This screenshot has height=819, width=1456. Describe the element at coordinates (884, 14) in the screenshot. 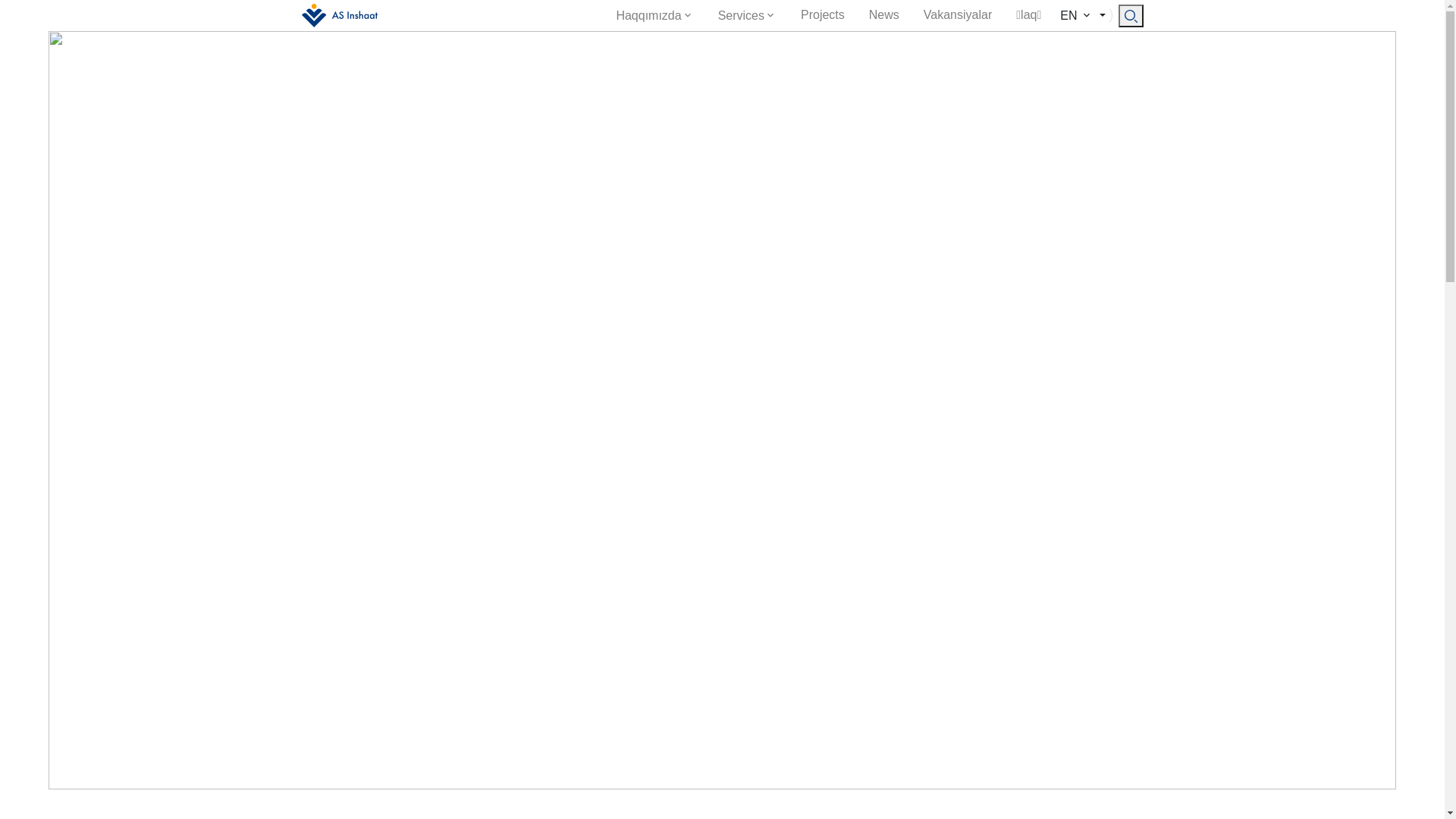

I see `'News'` at that location.